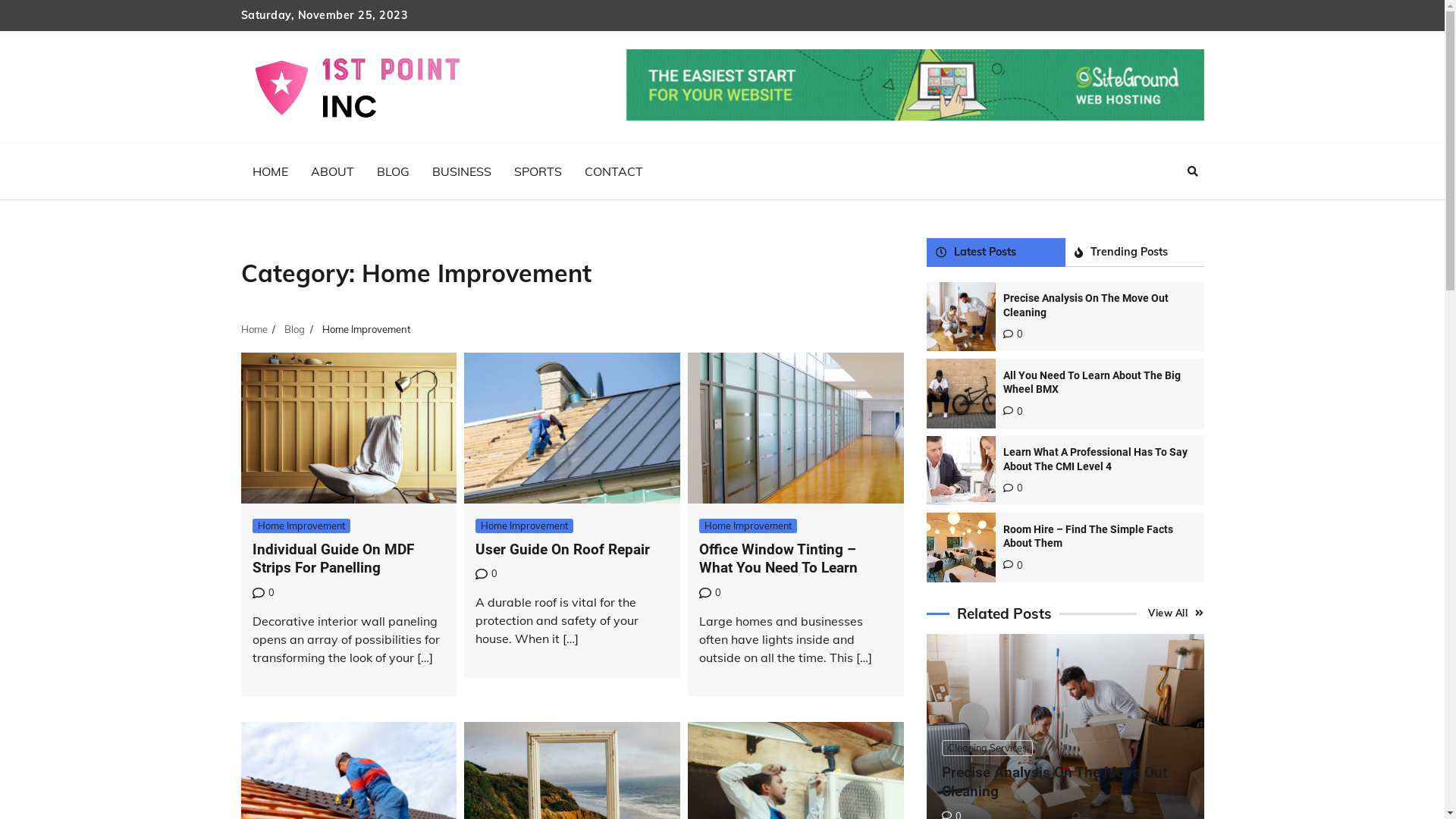 The width and height of the screenshot is (1456, 819). Describe the element at coordinates (460, 171) in the screenshot. I see `'BUSINESS'` at that location.